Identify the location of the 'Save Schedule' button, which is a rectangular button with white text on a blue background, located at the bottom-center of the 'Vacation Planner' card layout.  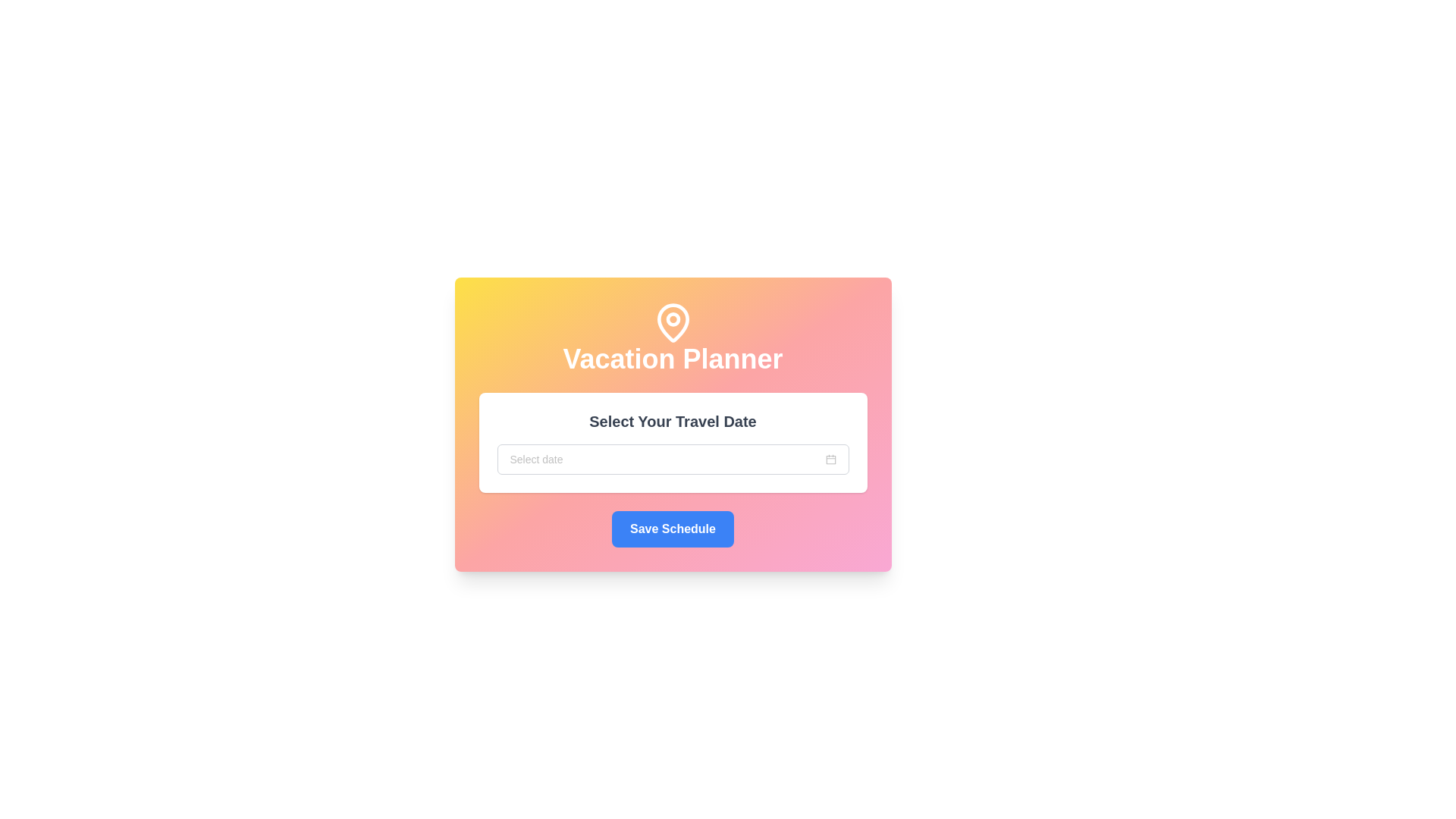
(672, 529).